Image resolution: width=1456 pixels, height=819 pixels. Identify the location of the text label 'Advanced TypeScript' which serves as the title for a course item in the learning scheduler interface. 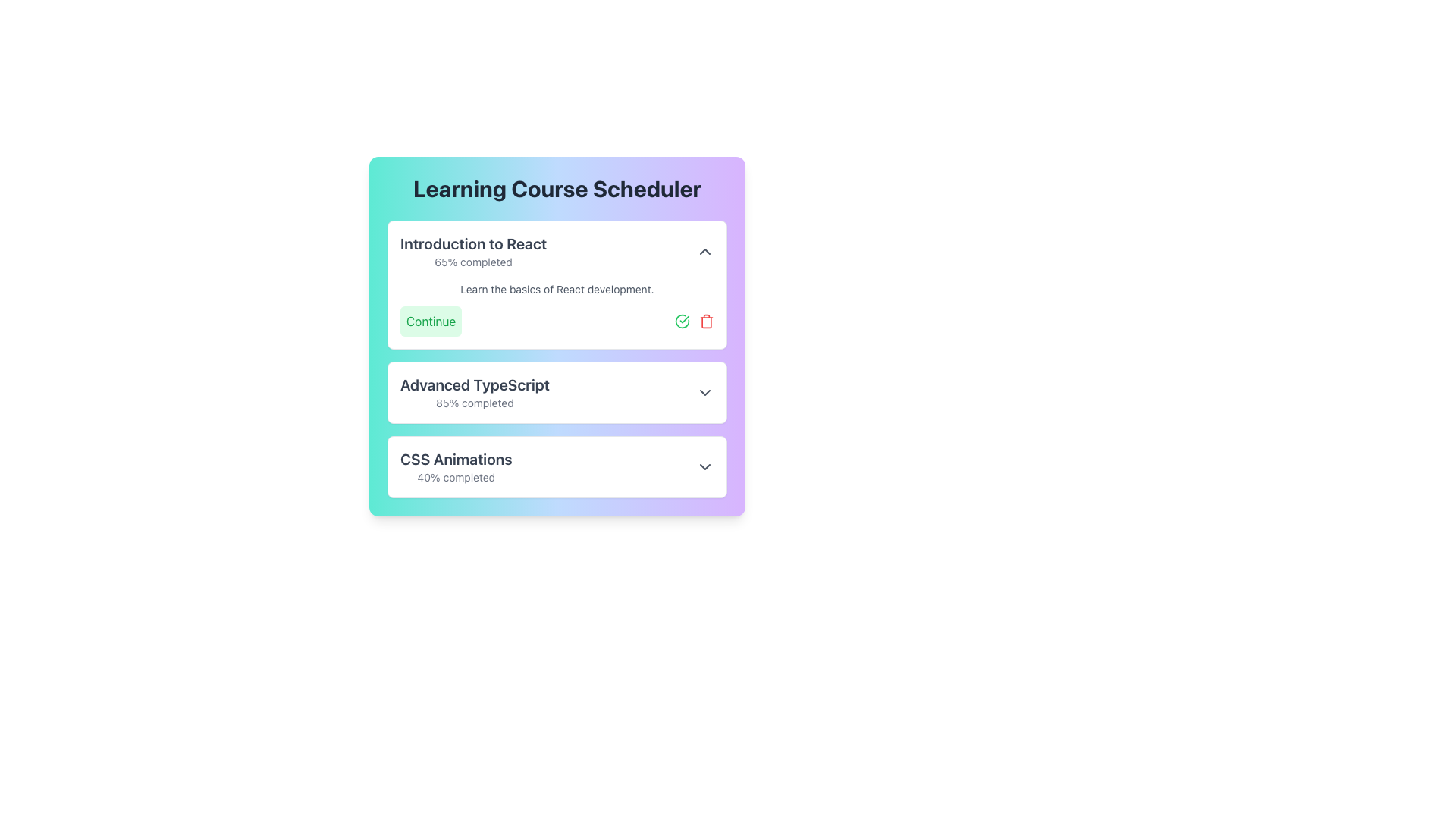
(474, 384).